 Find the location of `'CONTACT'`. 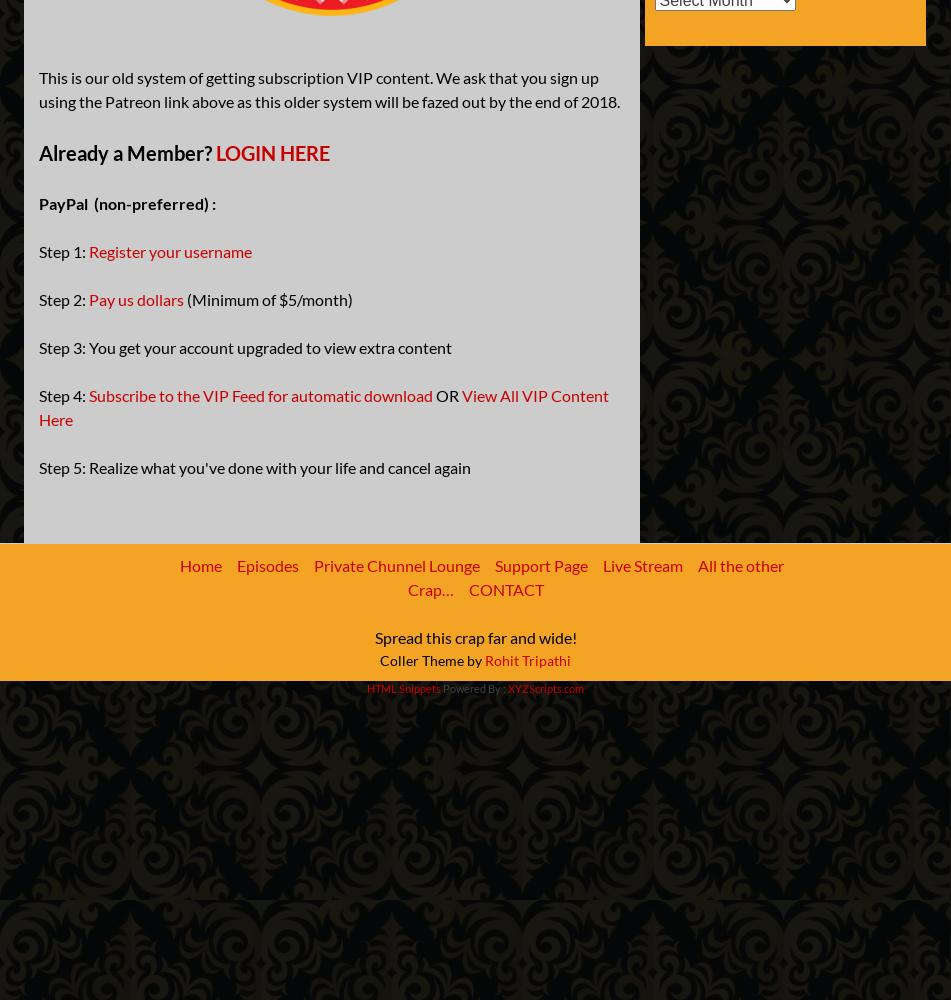

'CONTACT' is located at coordinates (505, 588).